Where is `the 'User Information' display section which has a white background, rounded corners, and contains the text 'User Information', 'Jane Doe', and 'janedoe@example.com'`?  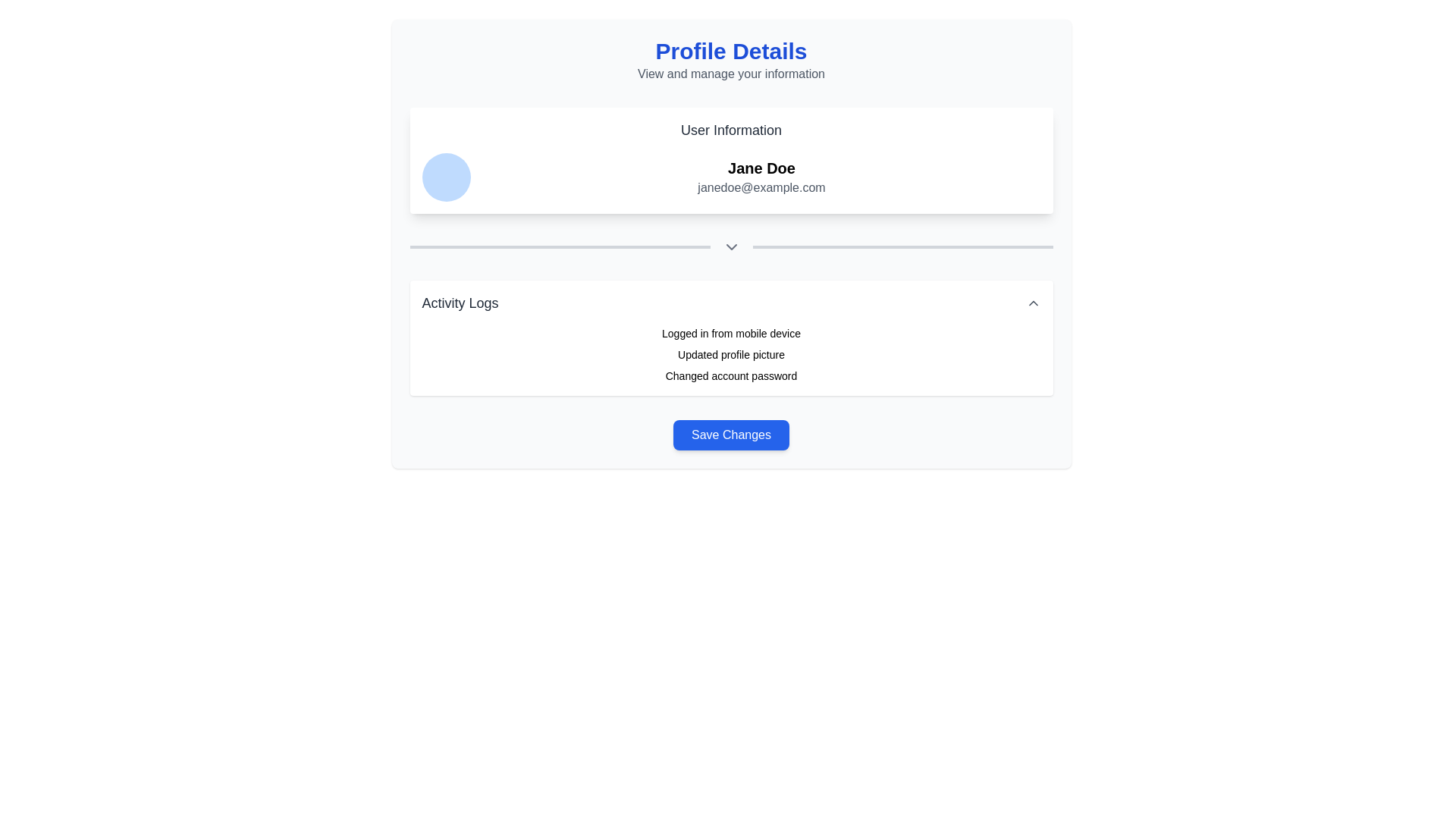
the 'User Information' display section which has a white background, rounded corners, and contains the text 'User Information', 'Jane Doe', and 'janedoe@example.com' is located at coordinates (731, 161).